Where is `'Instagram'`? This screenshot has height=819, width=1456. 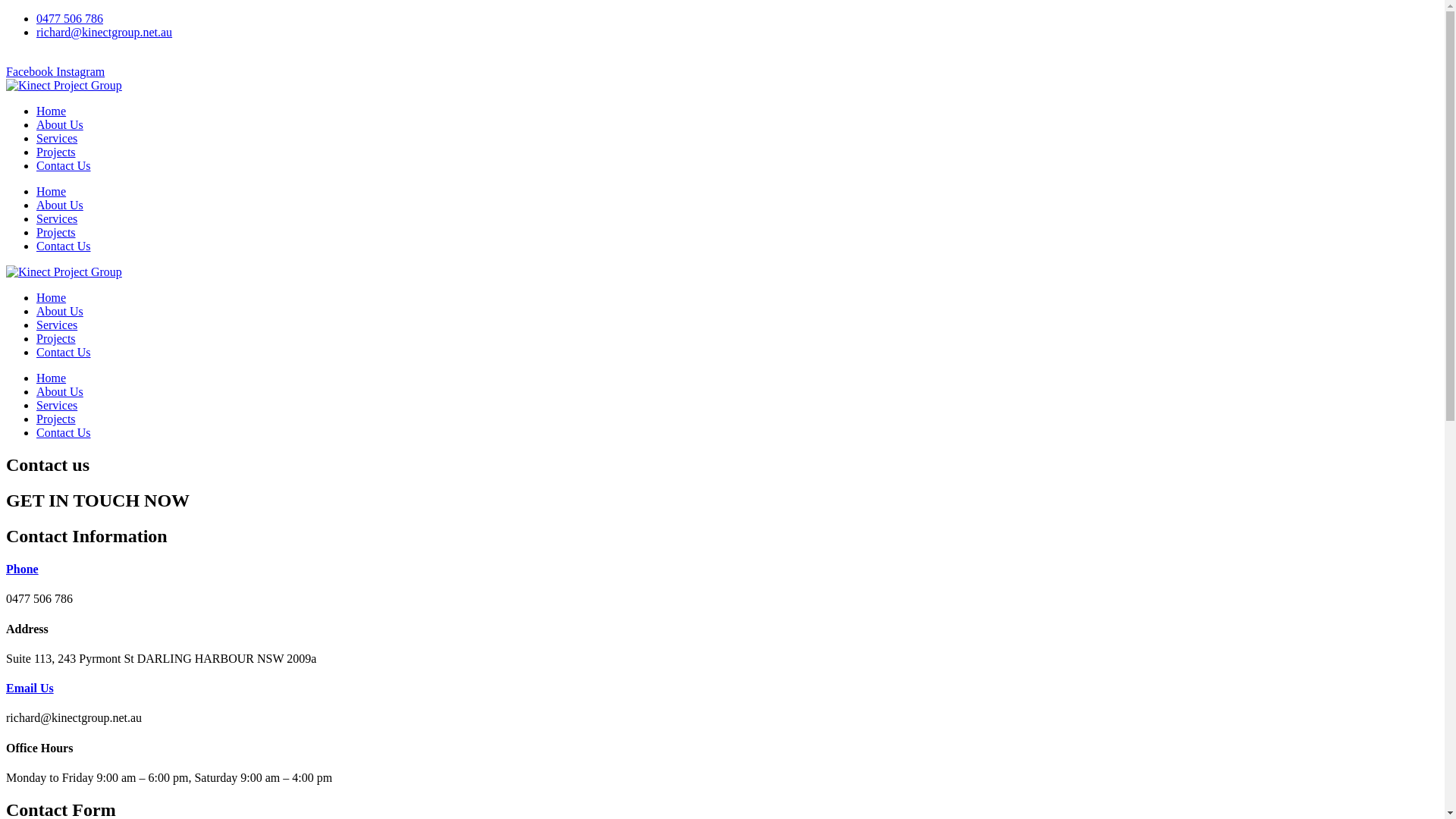
'Instagram' is located at coordinates (55, 71).